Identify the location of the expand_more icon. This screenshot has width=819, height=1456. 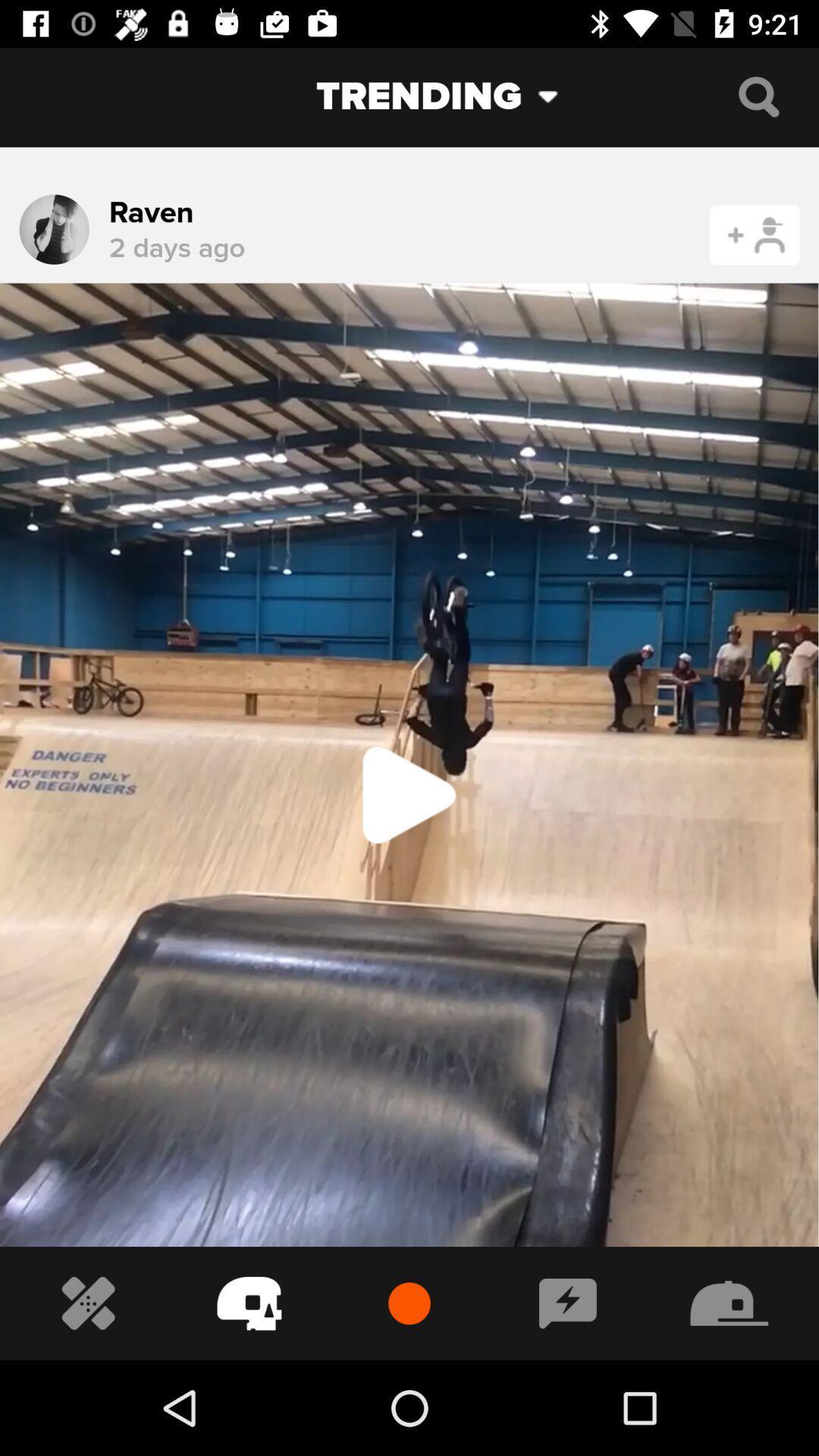
(560, 96).